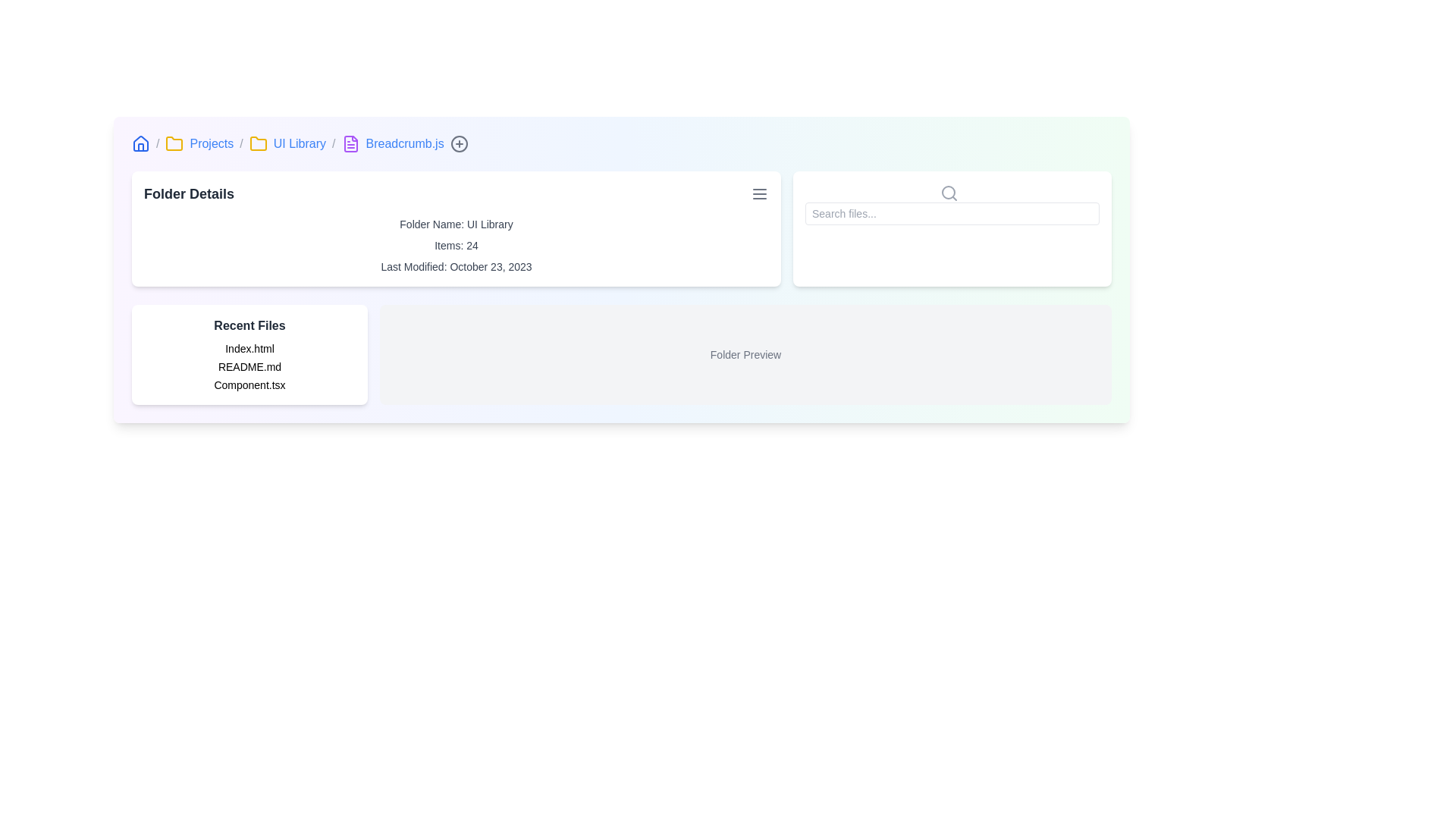 Image resolution: width=1456 pixels, height=819 pixels. Describe the element at coordinates (948, 191) in the screenshot. I see `the decorative circle element of the search icon, which visually represents the lens of a magnifying glass and is located slightly to the right of the input field in the top-right section of the interface` at that location.